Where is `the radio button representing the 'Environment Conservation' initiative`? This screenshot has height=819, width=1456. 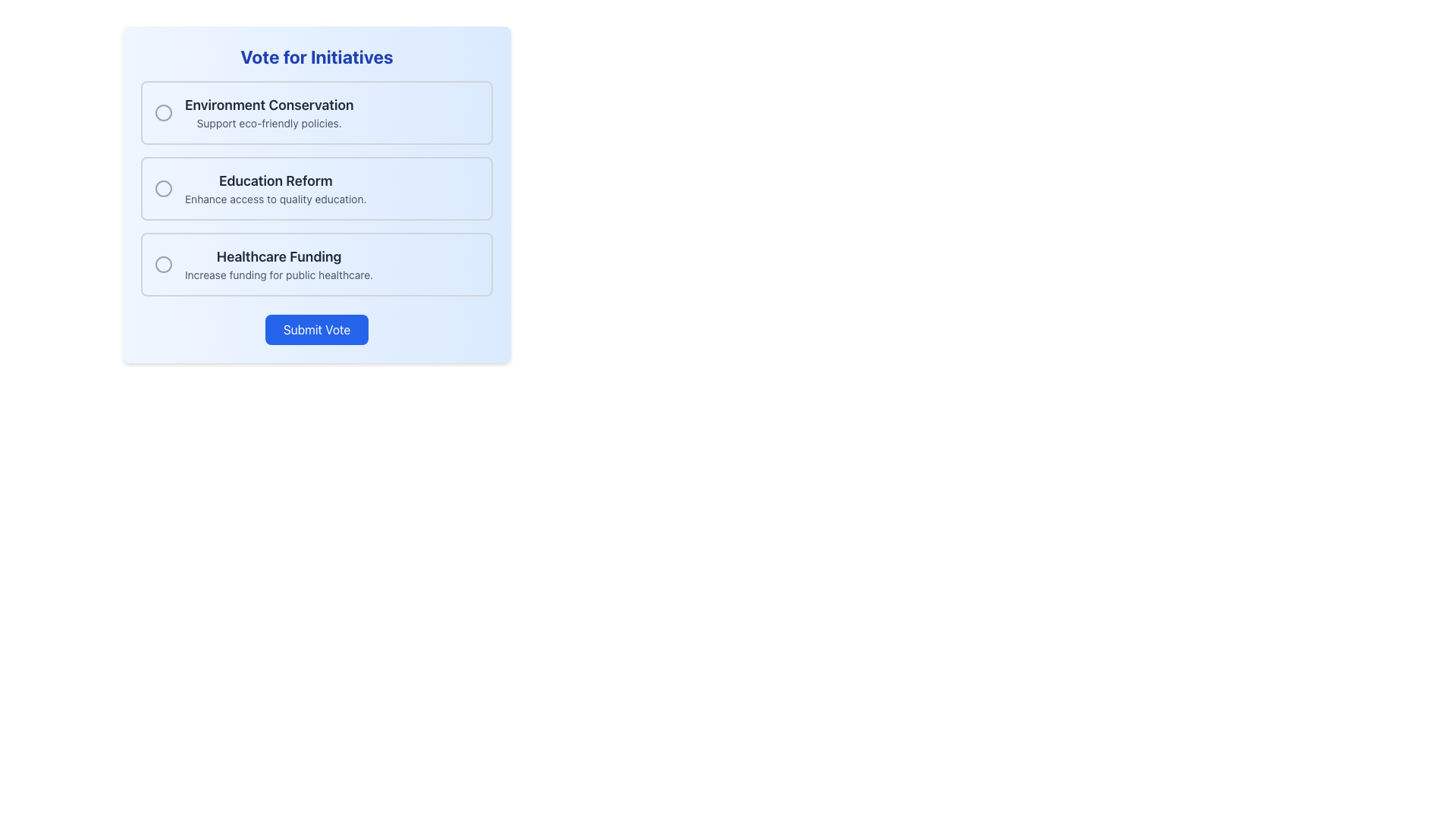
the radio button representing the 'Environment Conservation' initiative is located at coordinates (164, 112).